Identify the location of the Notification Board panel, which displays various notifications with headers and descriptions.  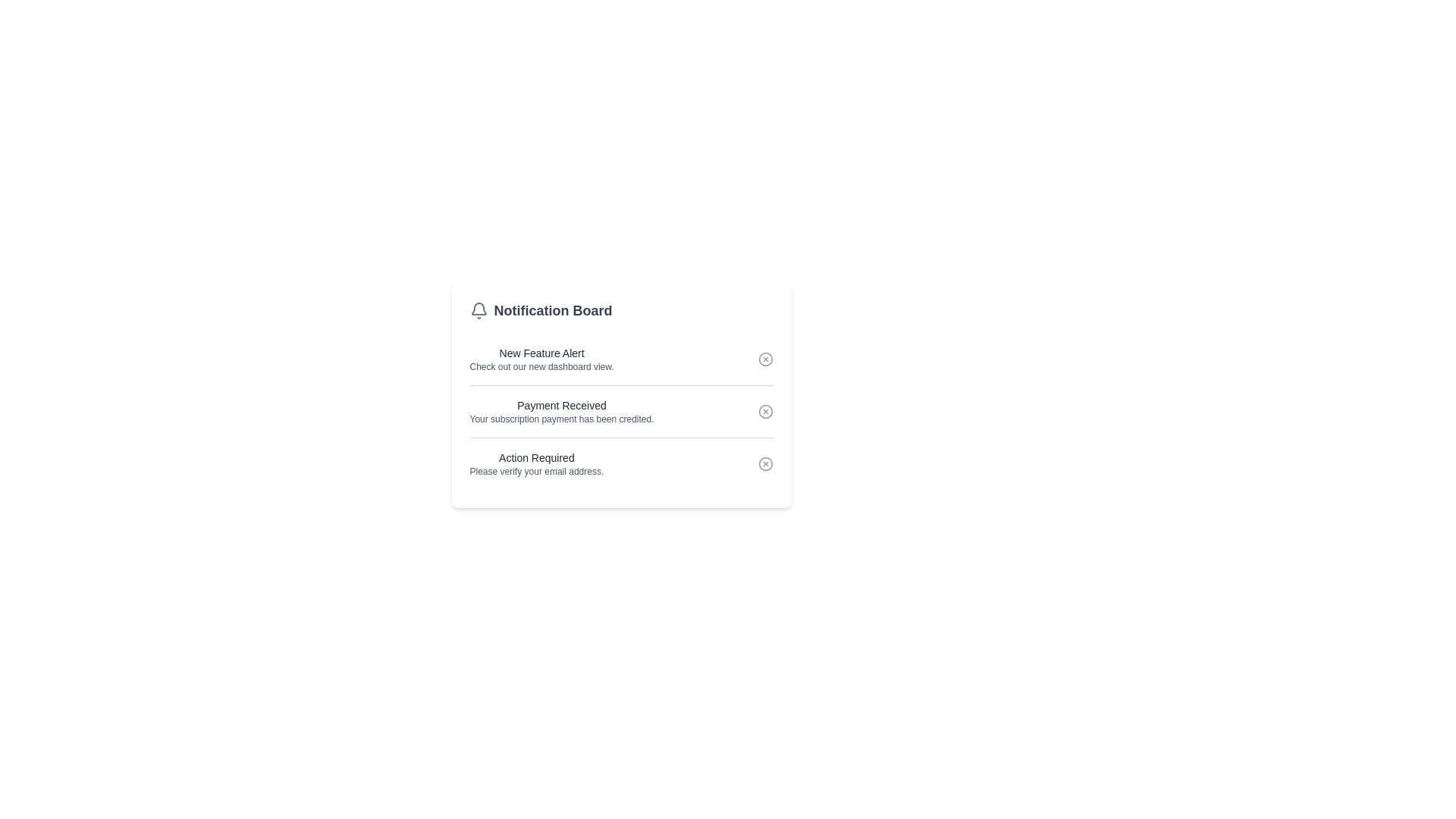
(621, 394).